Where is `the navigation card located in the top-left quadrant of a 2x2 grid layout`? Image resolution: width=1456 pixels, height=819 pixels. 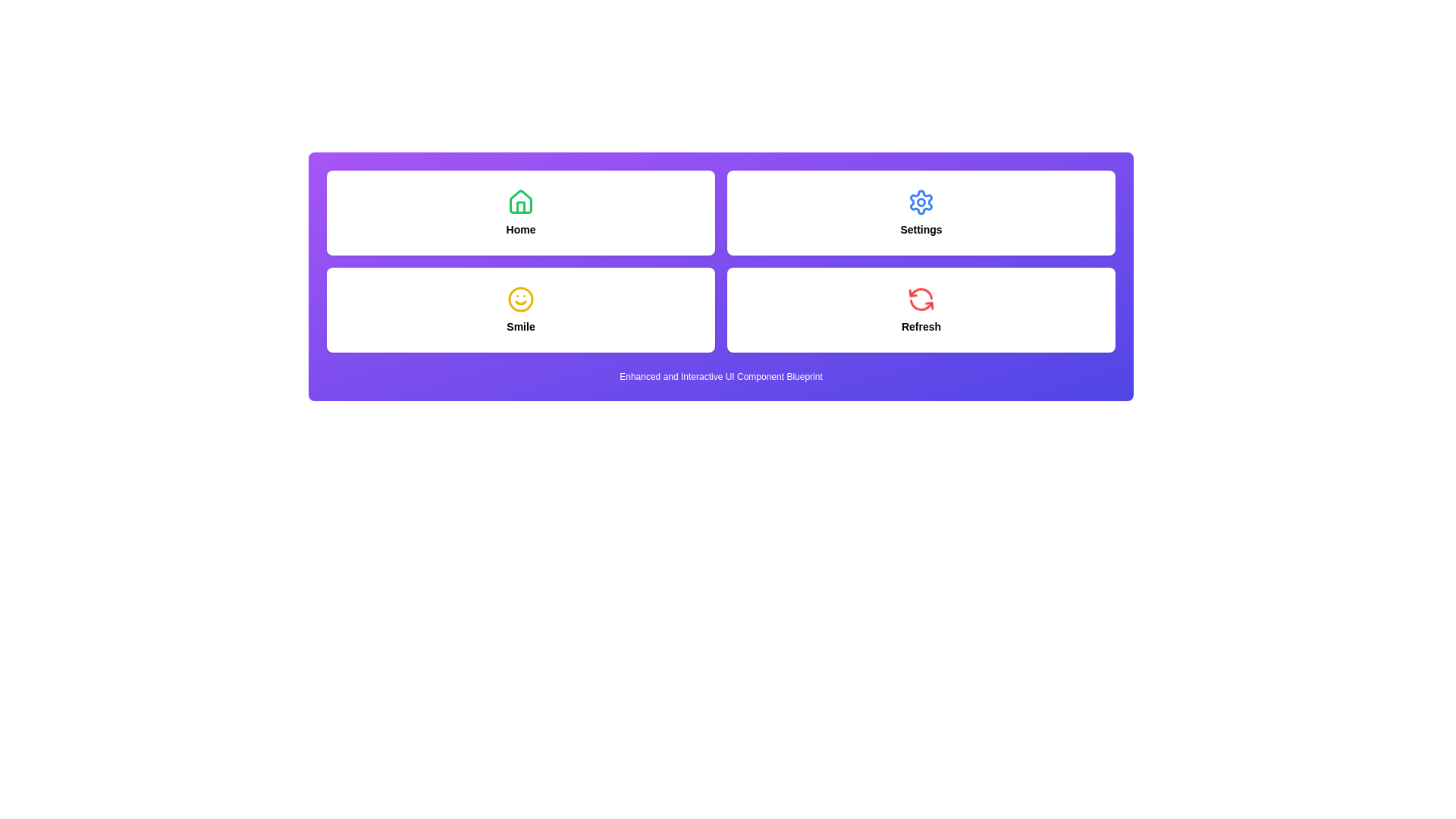
the navigation card located in the top-left quadrant of a 2x2 grid layout is located at coordinates (520, 213).